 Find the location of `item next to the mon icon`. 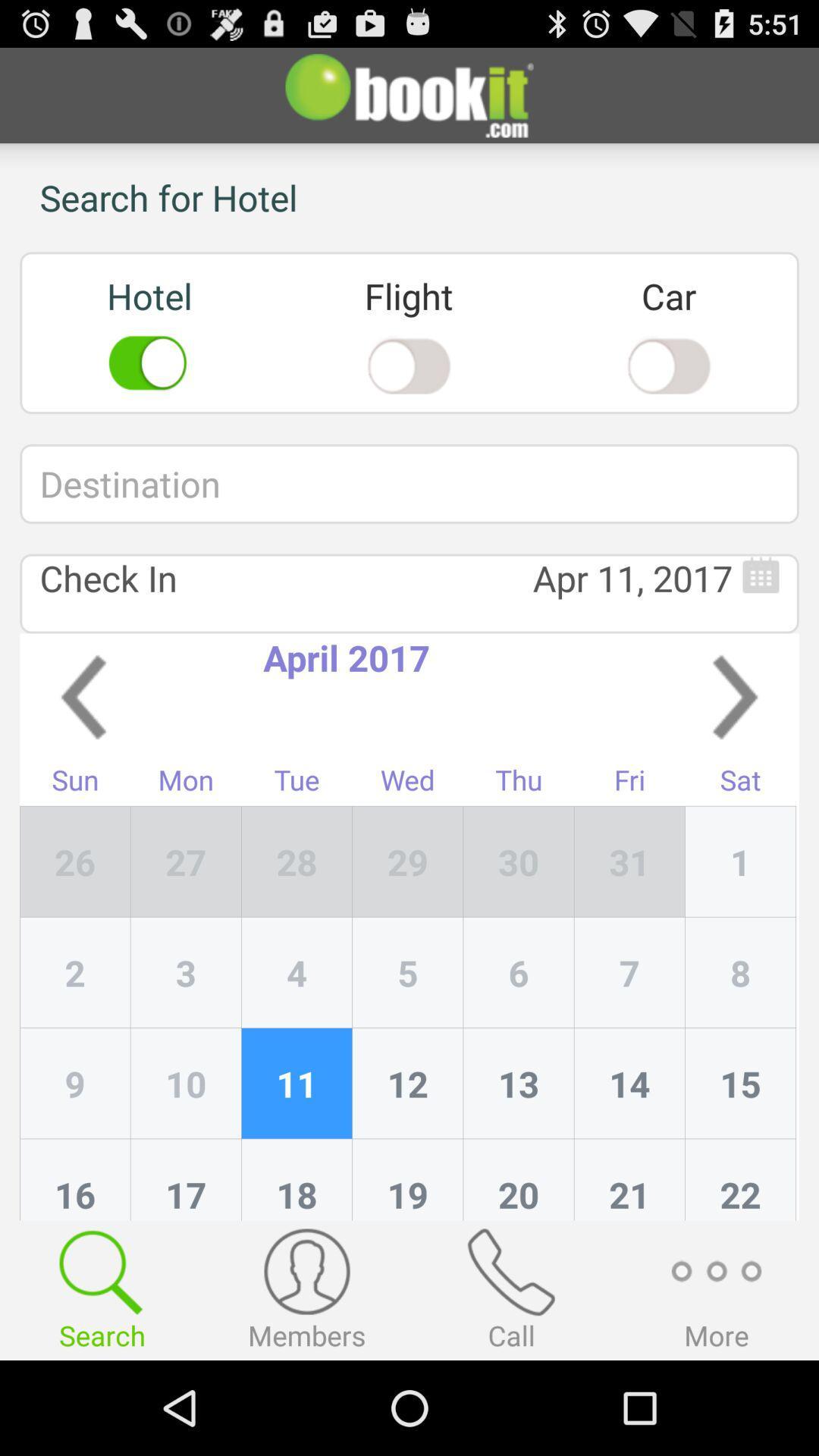

item next to the mon icon is located at coordinates (297, 861).